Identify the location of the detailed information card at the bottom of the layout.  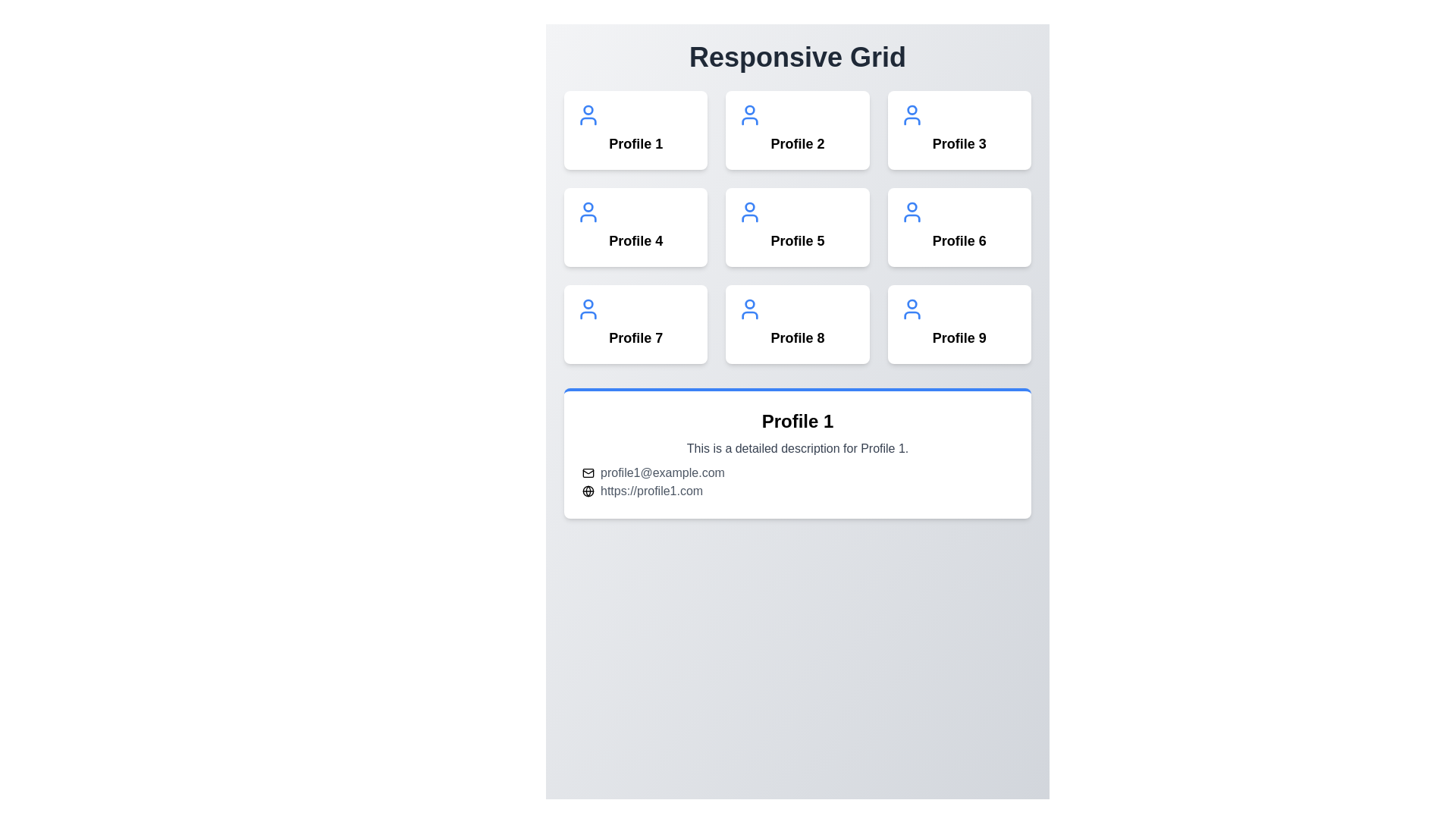
(796, 452).